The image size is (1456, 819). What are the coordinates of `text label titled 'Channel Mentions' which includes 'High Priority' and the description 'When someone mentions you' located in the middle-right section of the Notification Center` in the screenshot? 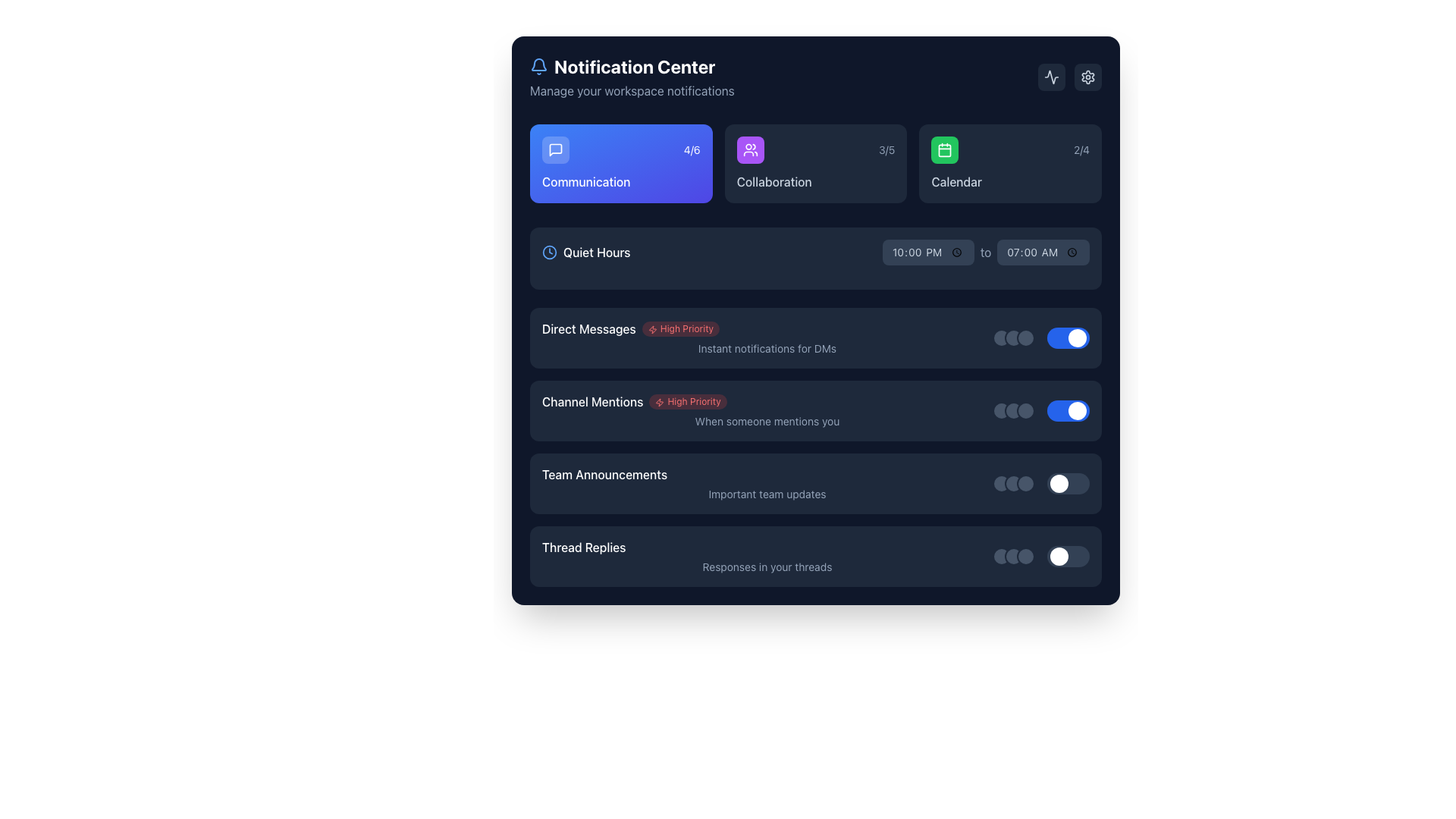 It's located at (767, 411).